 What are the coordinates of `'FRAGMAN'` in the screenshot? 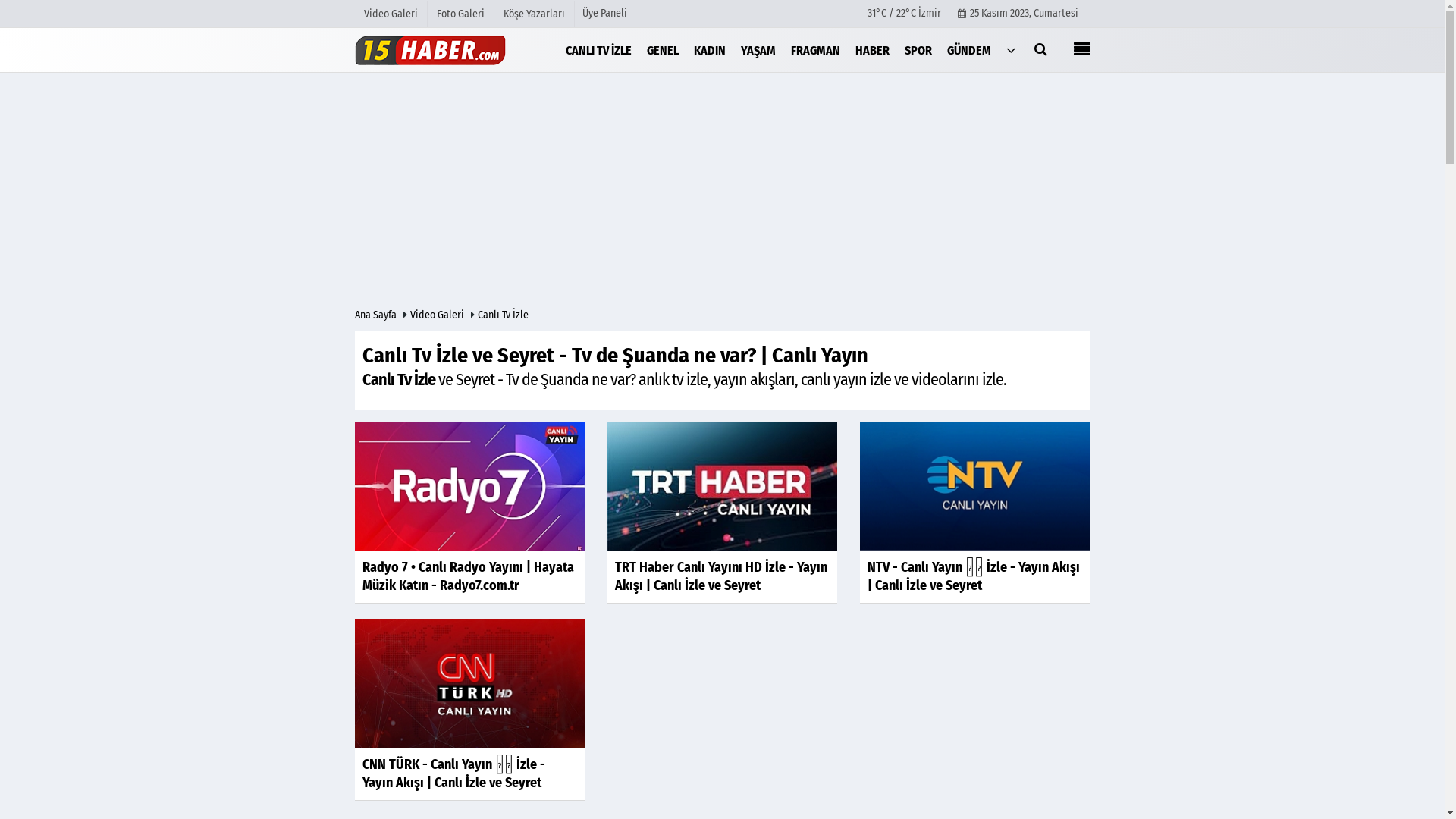 It's located at (814, 49).